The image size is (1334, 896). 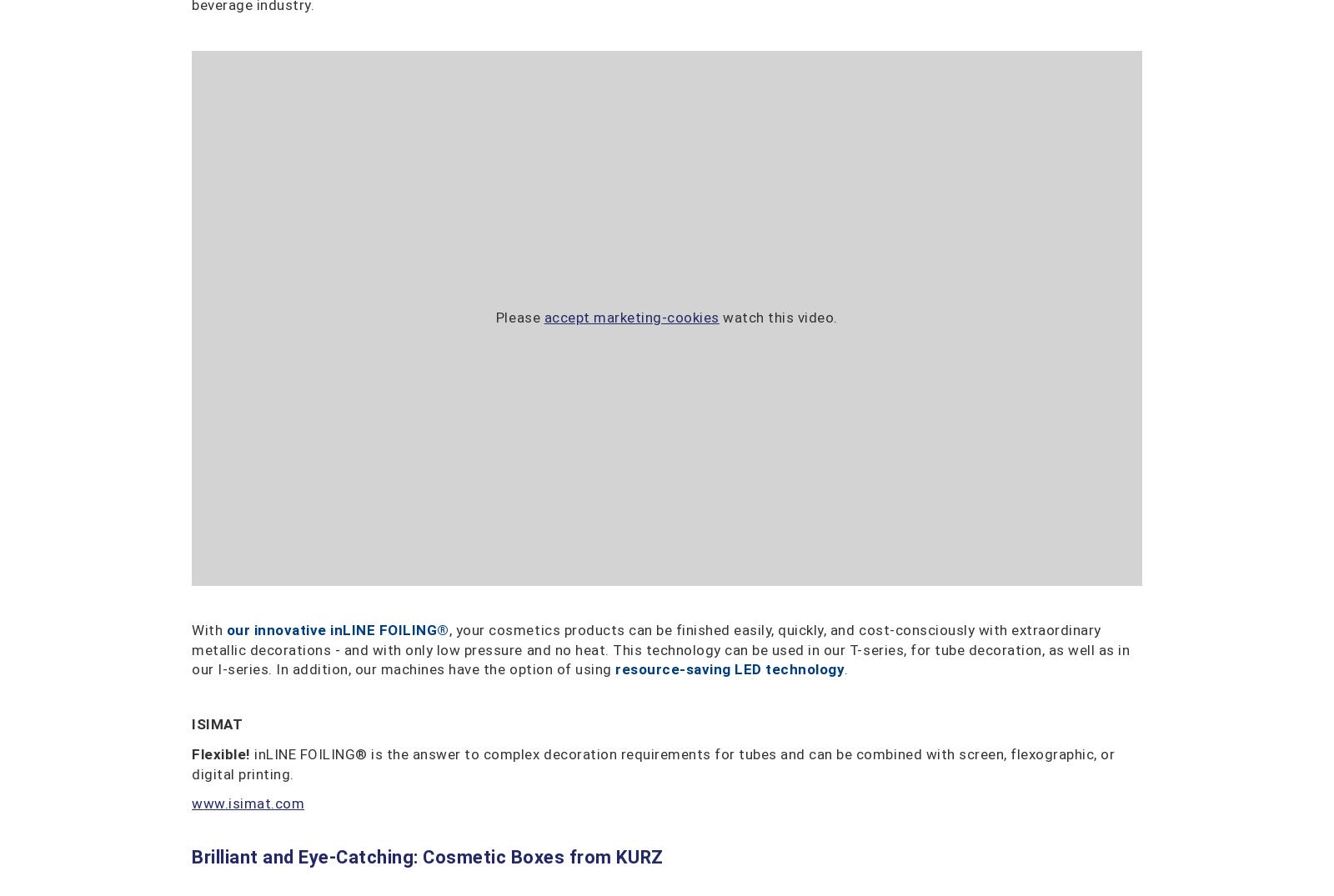 I want to click on 'resource-saving LED technology', so click(x=729, y=668).